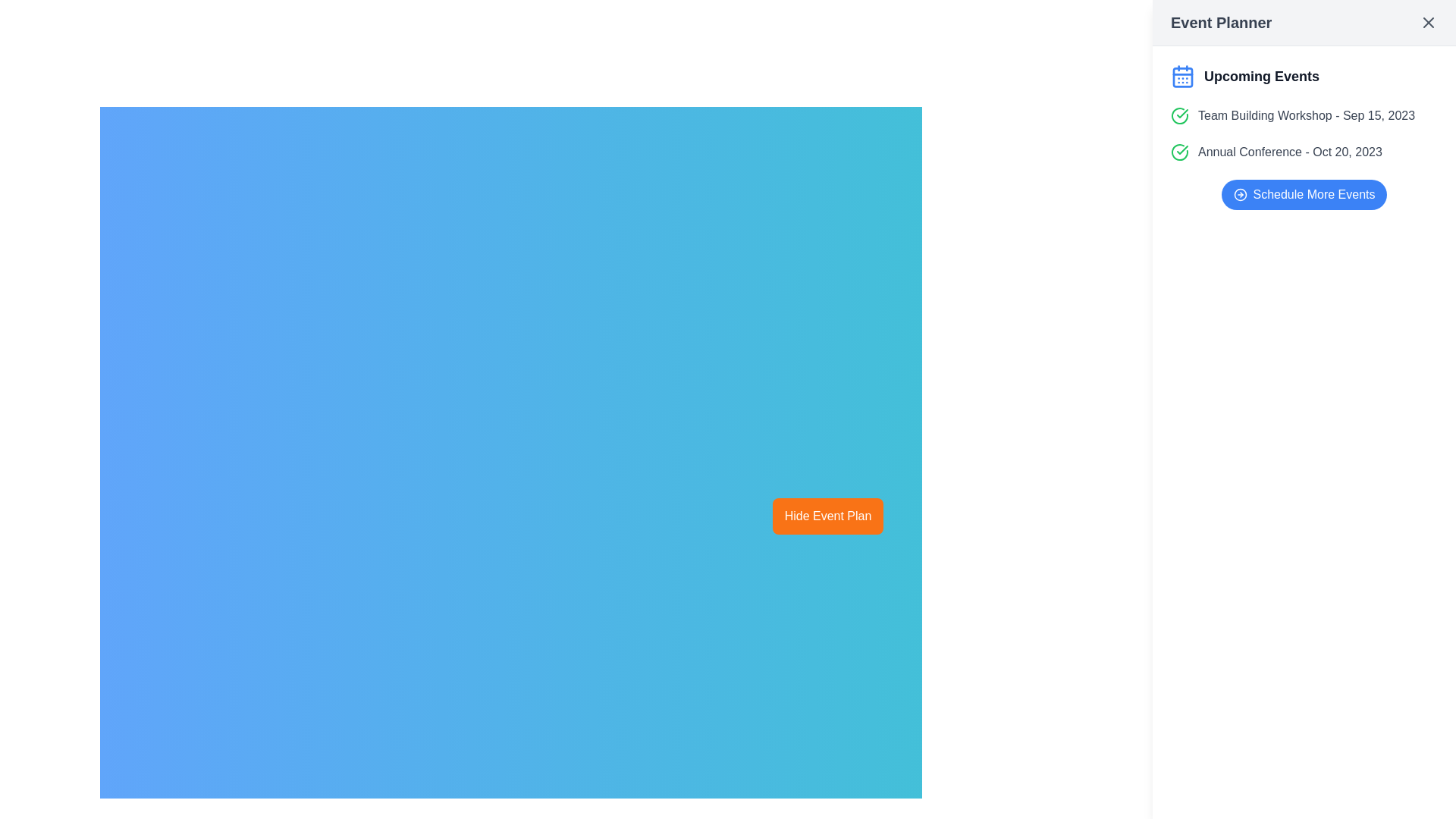 This screenshot has height=819, width=1456. Describe the element at coordinates (1262, 76) in the screenshot. I see `the 'Upcoming Events' text header, which is styled in a bold font and located in the sidebar titled 'Event Planner', adjacent to a calendar icon` at that location.